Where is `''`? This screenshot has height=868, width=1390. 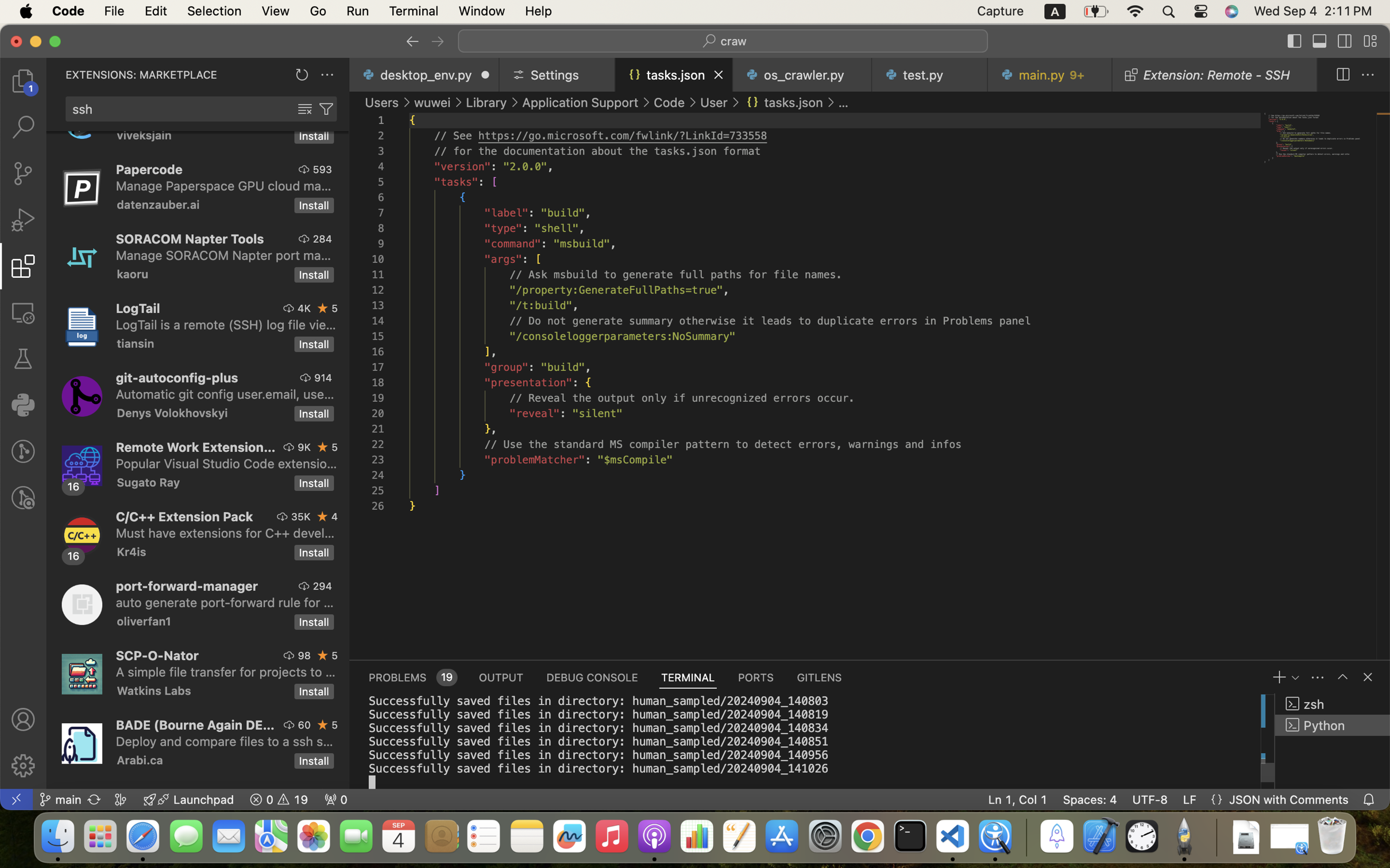 '' is located at coordinates (304, 109).